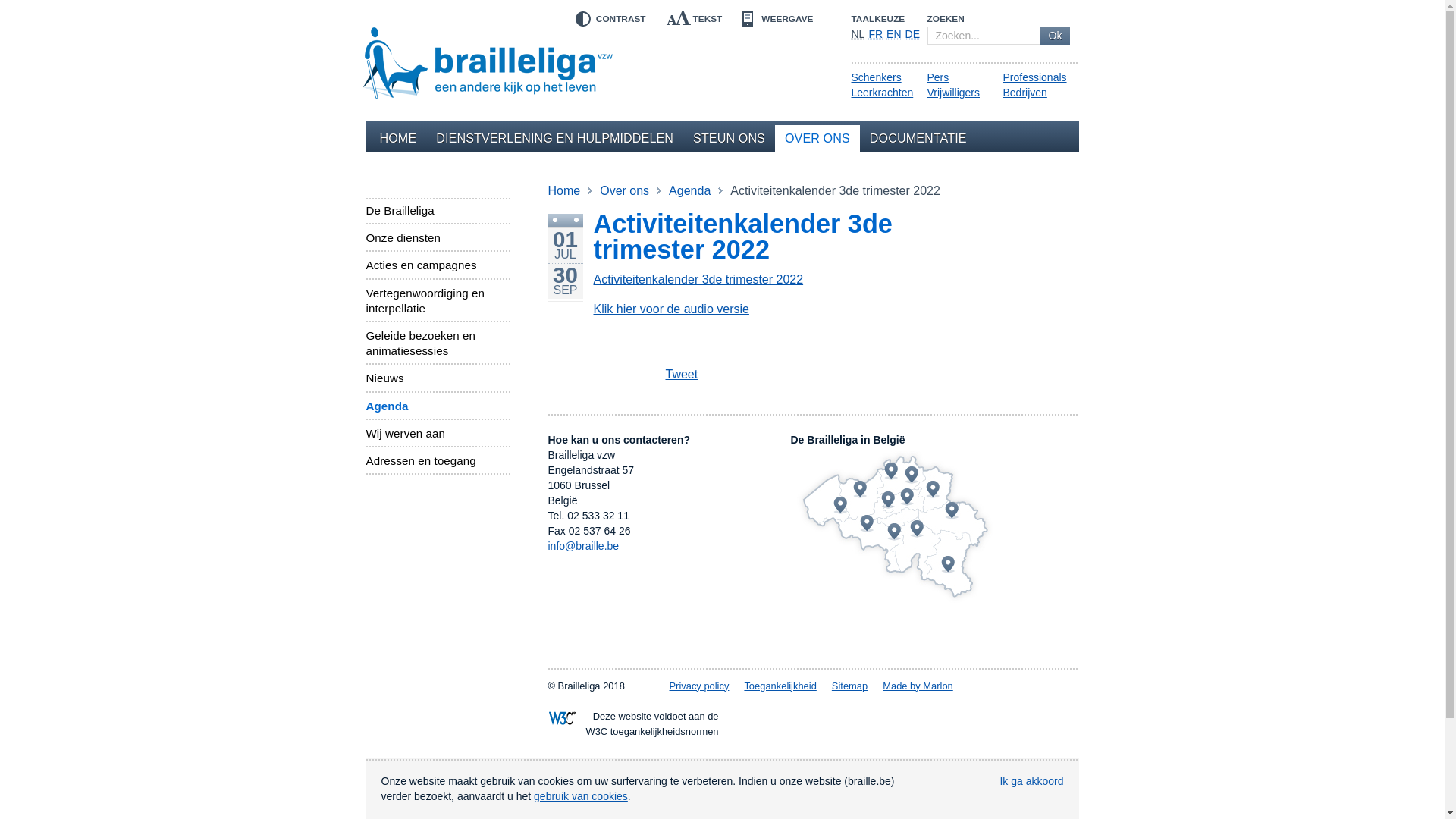  What do you see at coordinates (664, 375) in the screenshot?
I see `'Tweet'` at bounding box center [664, 375].